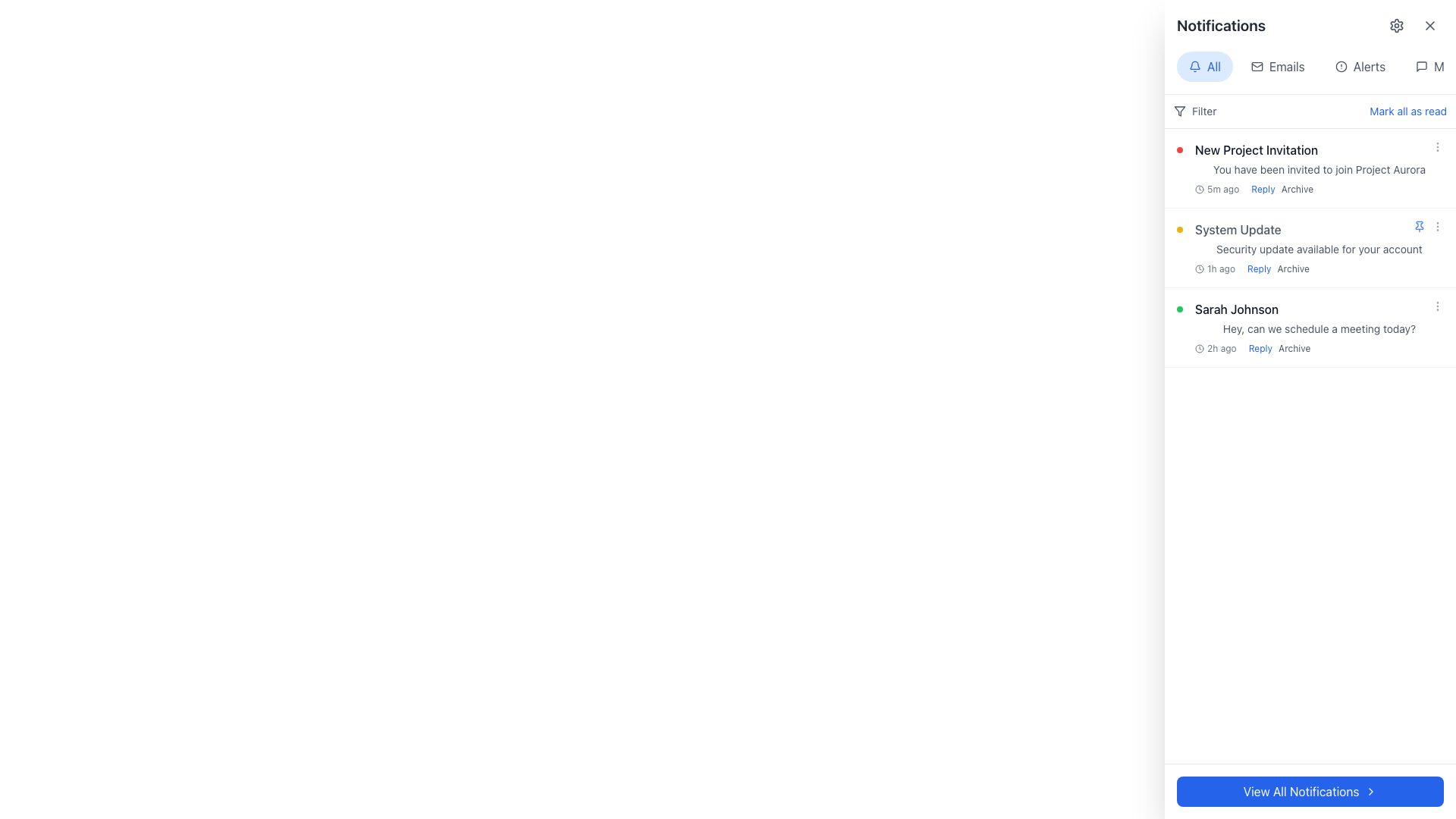 The height and width of the screenshot is (819, 1456). What do you see at coordinates (1407, 110) in the screenshot?
I see `the blue-colored link-style text element displaying 'Mark all as read' to change its text color to a darker blue` at bounding box center [1407, 110].